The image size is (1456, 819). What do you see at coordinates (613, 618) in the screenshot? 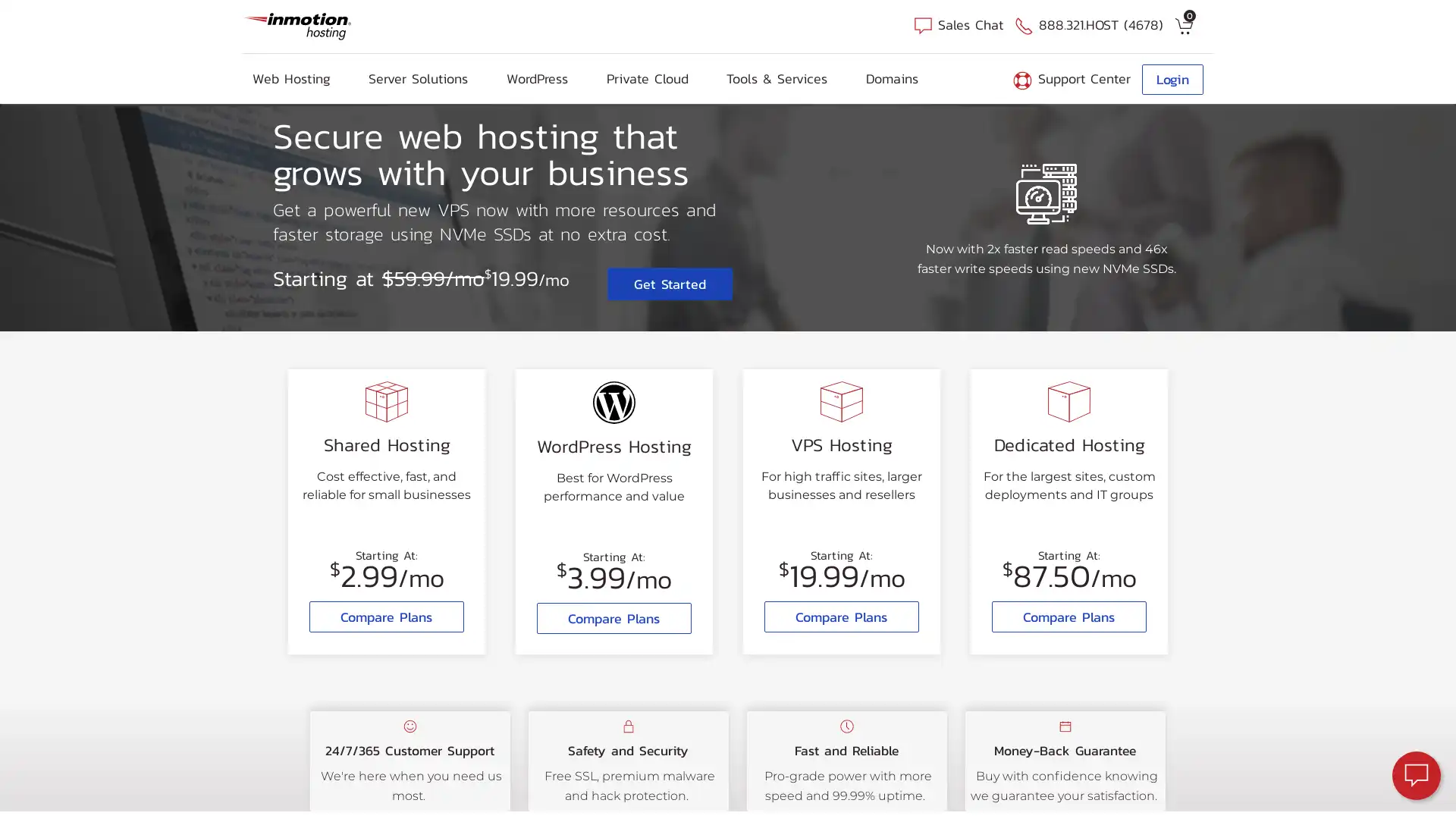
I see `Compare Plans` at bounding box center [613, 618].